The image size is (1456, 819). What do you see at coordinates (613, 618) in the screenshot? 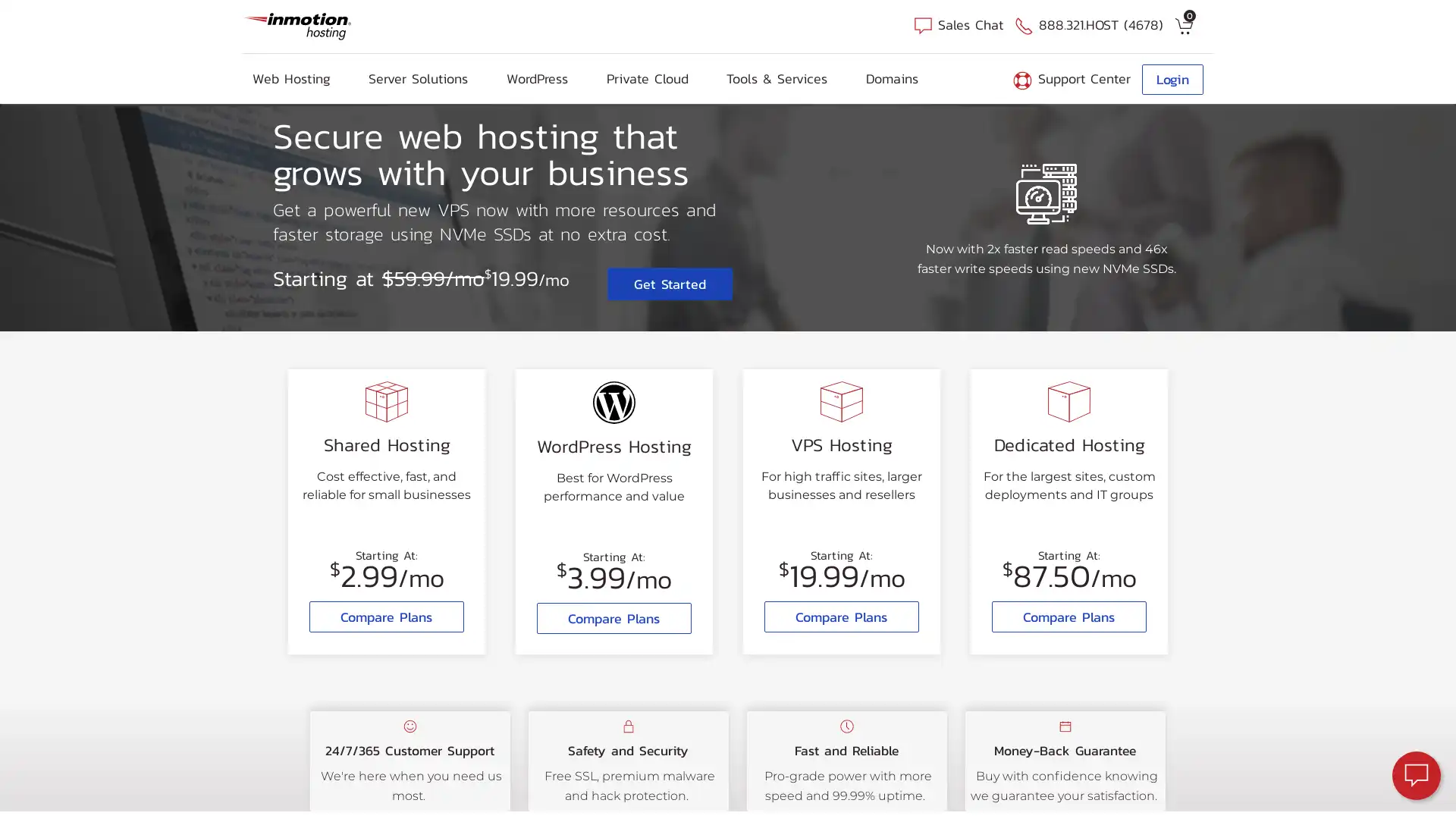
I see `Compare Plans` at bounding box center [613, 618].